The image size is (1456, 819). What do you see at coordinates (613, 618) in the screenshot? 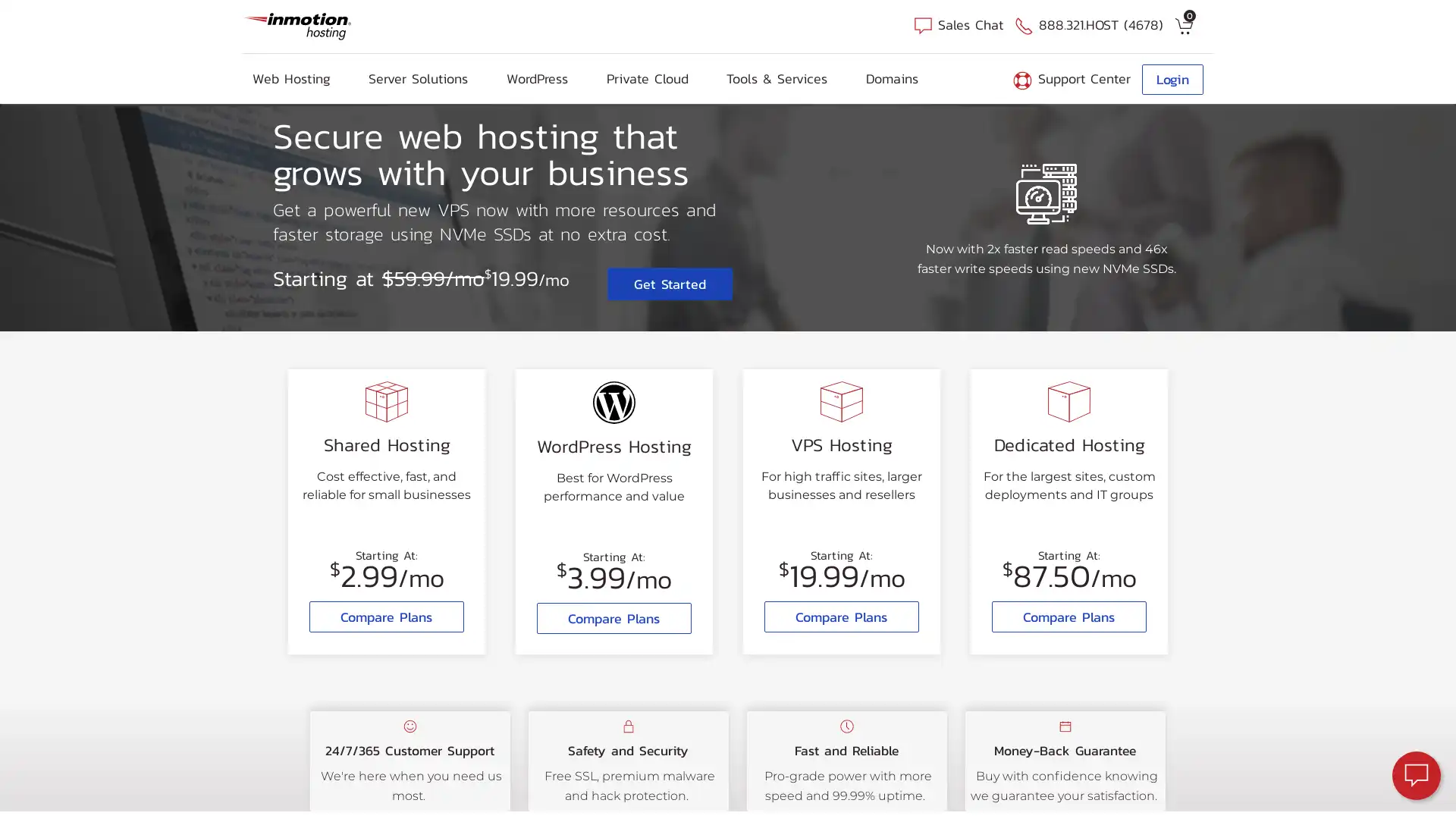
I see `Compare Plans` at bounding box center [613, 618].